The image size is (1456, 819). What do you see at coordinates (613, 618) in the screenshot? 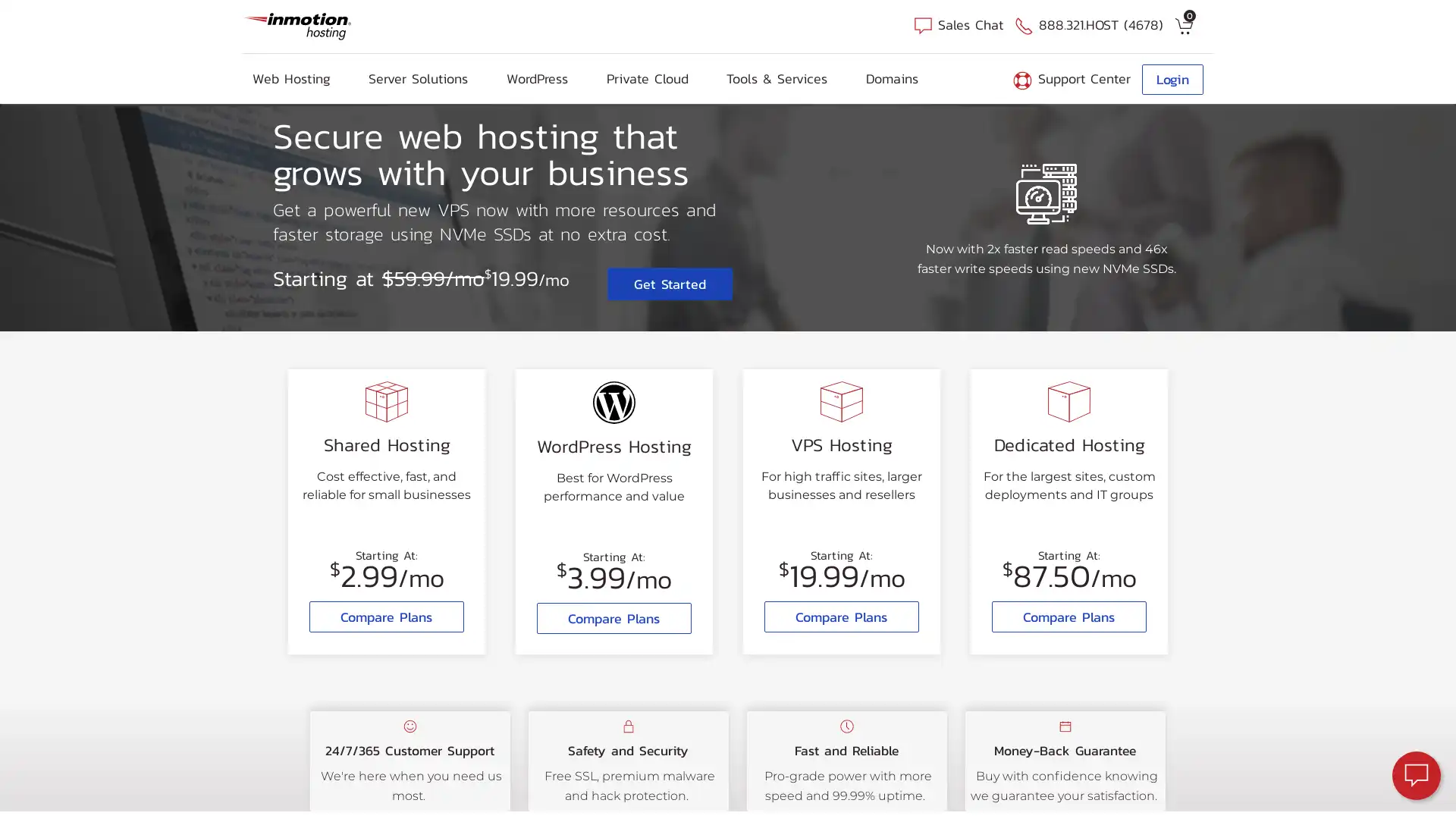
I see `Compare Plans` at bounding box center [613, 618].